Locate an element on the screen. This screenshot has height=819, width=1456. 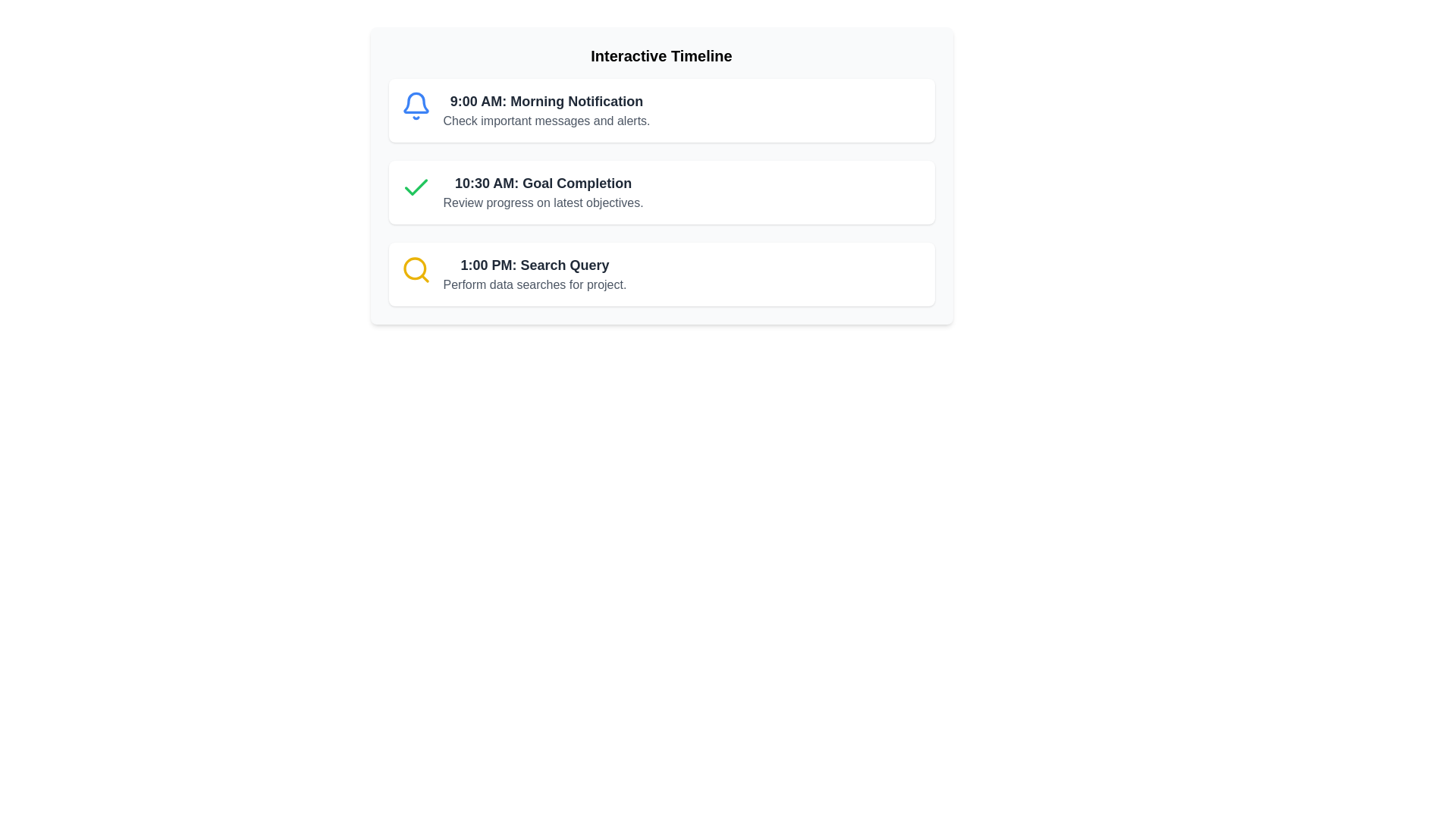
the yellow search icon, which is styled with a circular border and represents a search symbol, located at the start of the '1:00 PM: Search Query' item in the timeline is located at coordinates (416, 268).